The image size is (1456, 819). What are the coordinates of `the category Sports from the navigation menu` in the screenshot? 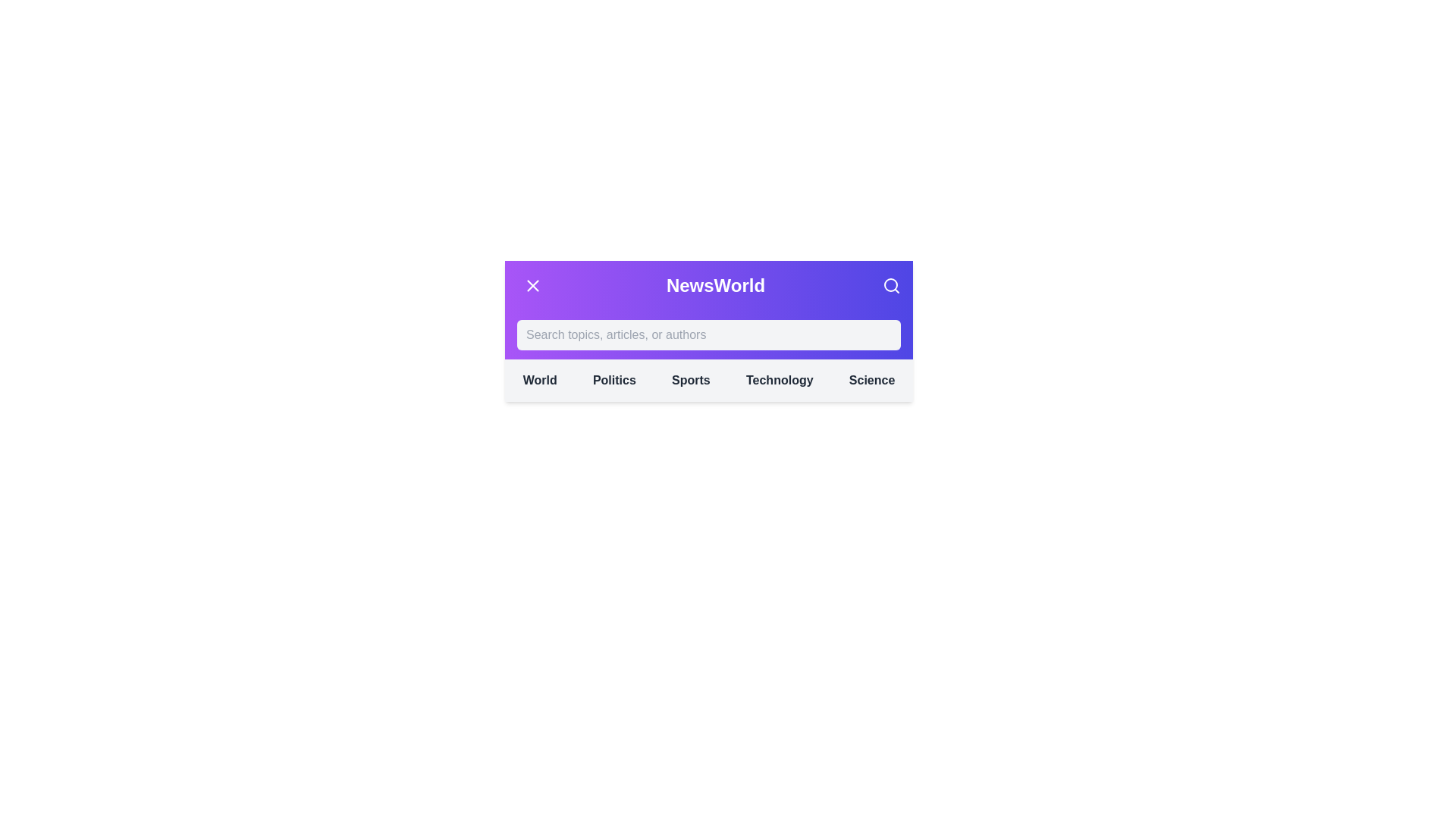 It's located at (690, 379).